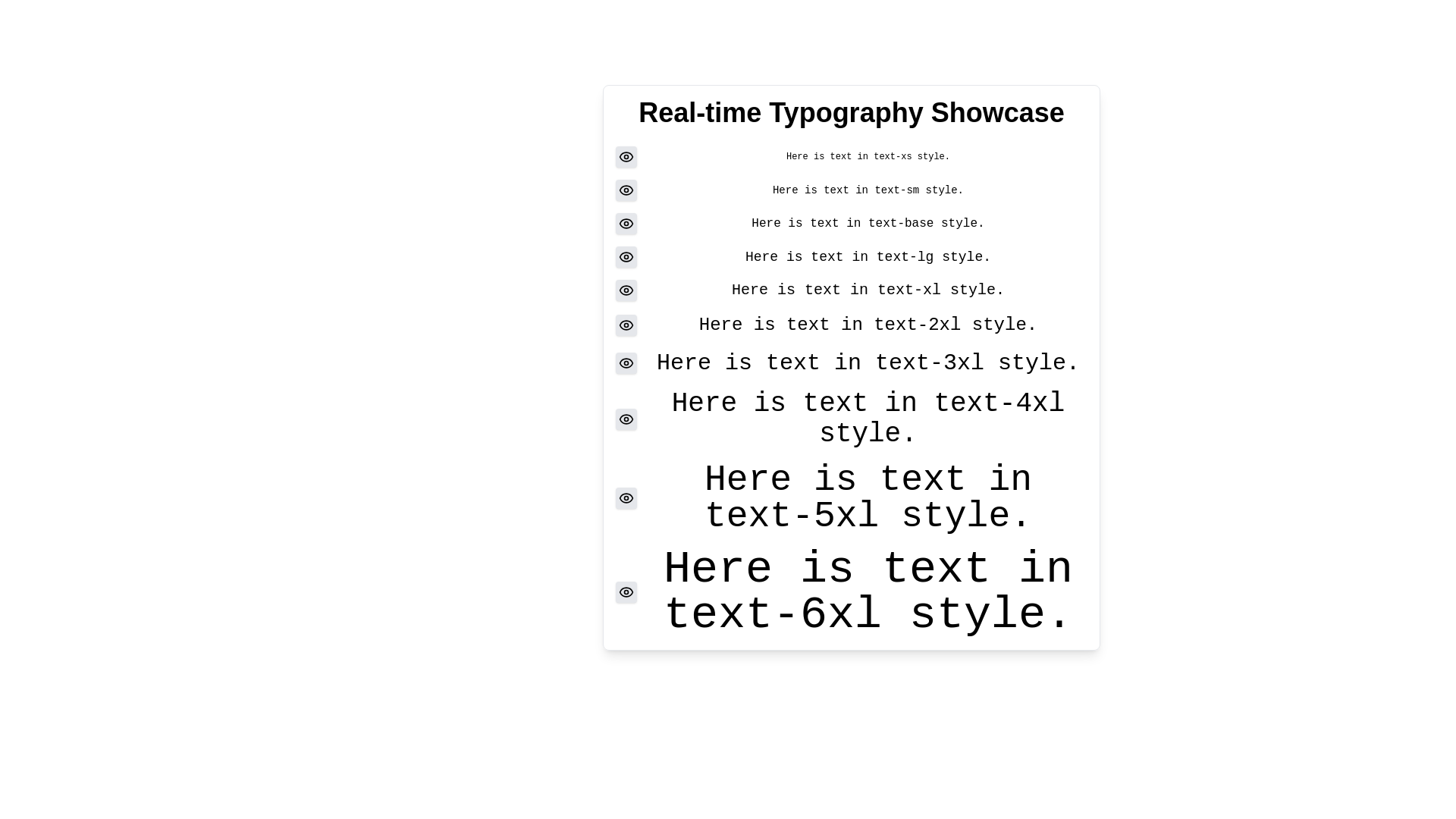  Describe the element at coordinates (626, 497) in the screenshot. I see `the eye-like icon used to toggle visibility or preview content associated with the adjacent text styled in 'text-4xl'` at that location.